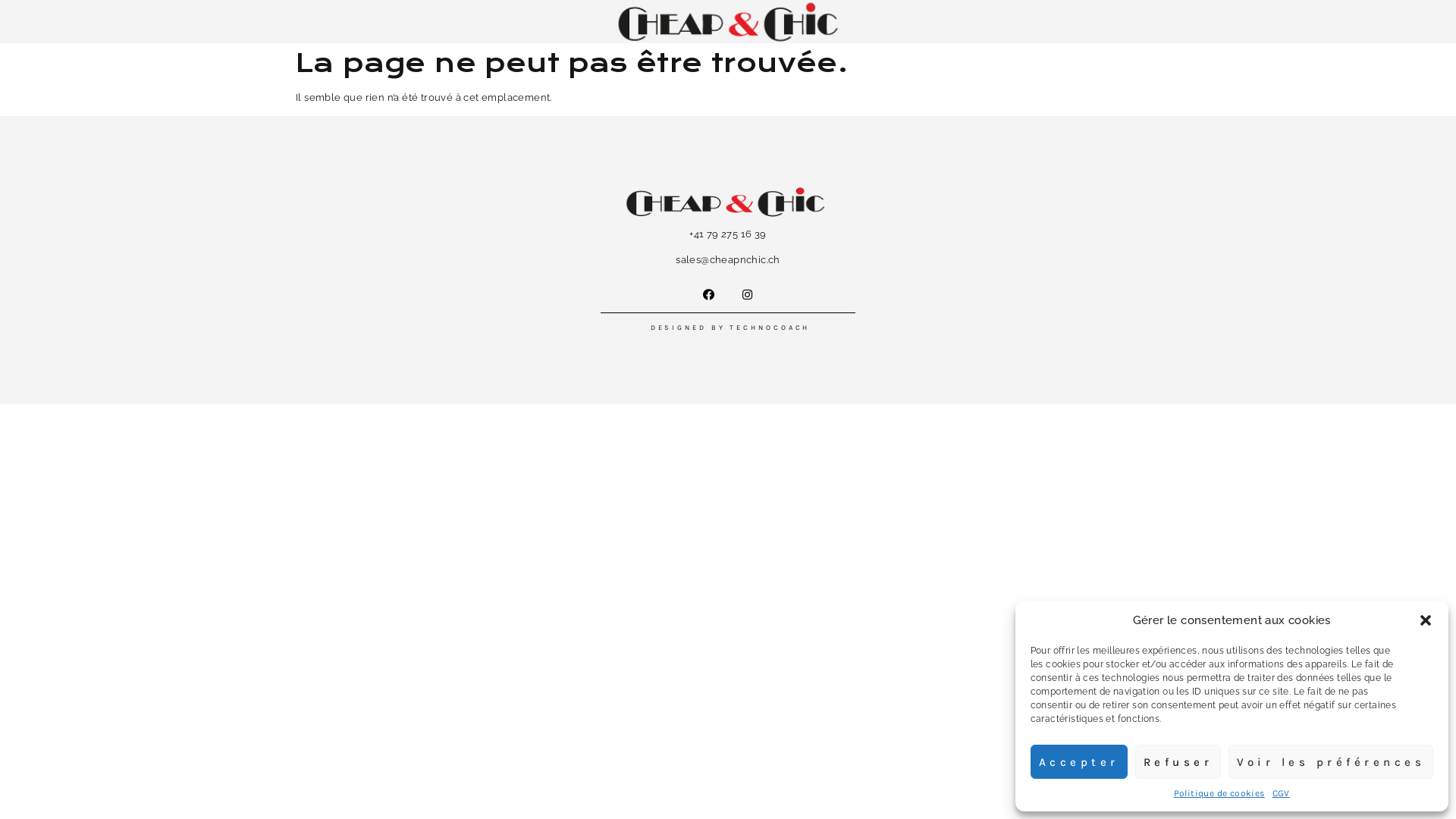 The width and height of the screenshot is (1456, 819). Describe the element at coordinates (1030, 761) in the screenshot. I see `'Accepter'` at that location.